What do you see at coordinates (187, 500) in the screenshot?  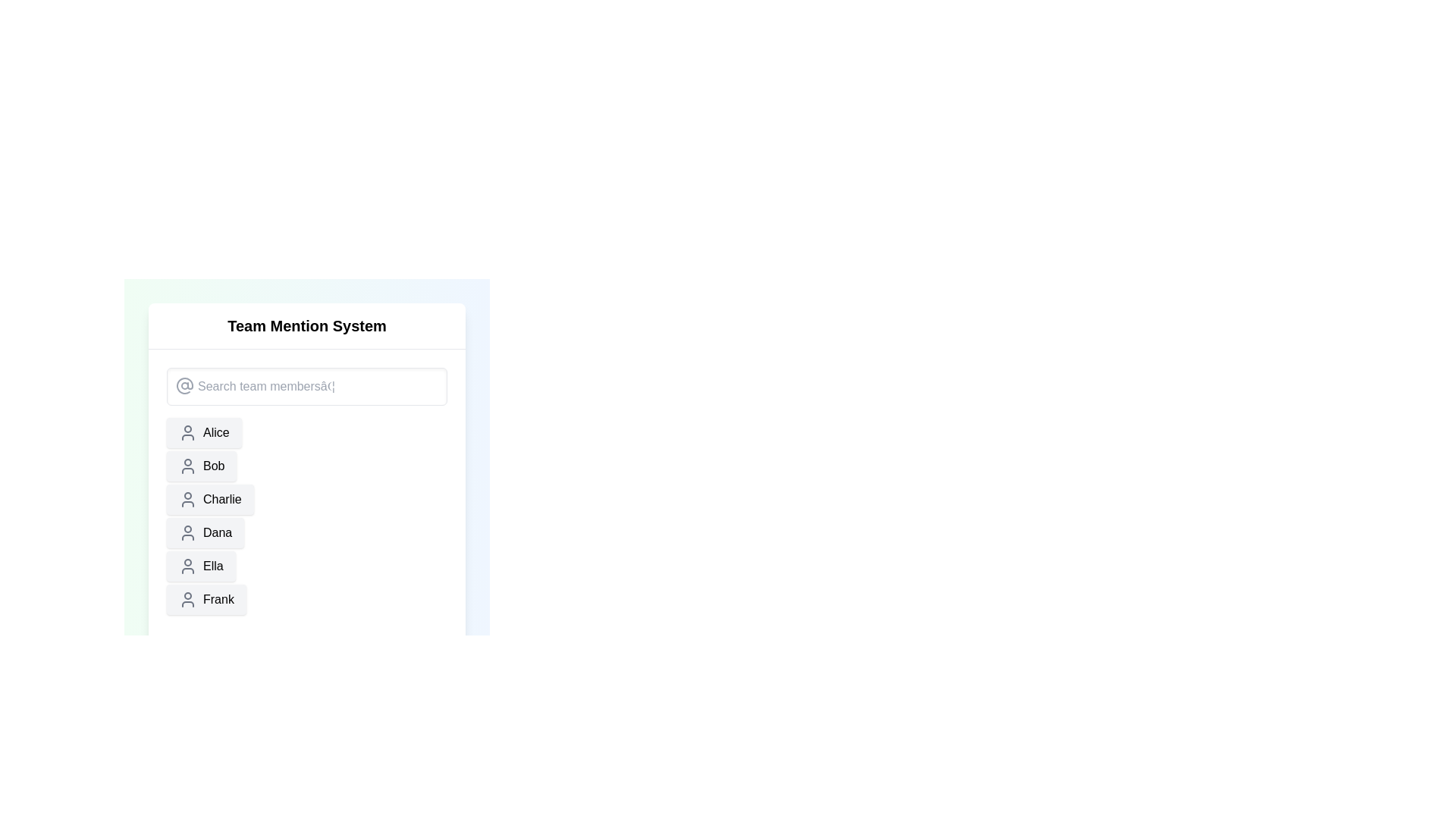 I see `the user icon represented by a gray SVG graphic located next to the text label 'Charlie' in the vertical list of users` at bounding box center [187, 500].